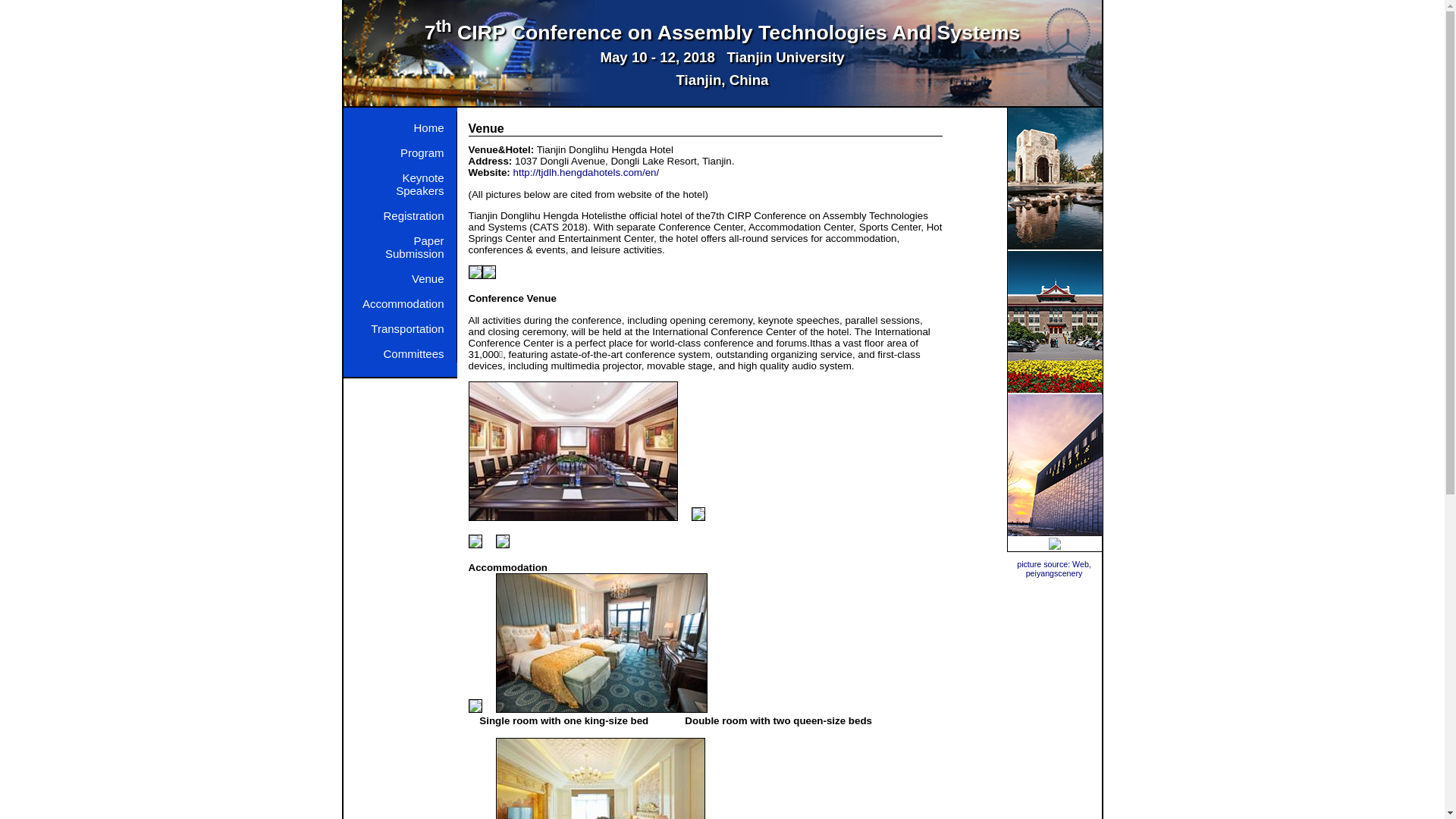 This screenshot has height=819, width=1456. Describe the element at coordinates (399, 123) in the screenshot. I see `'Home'` at that location.